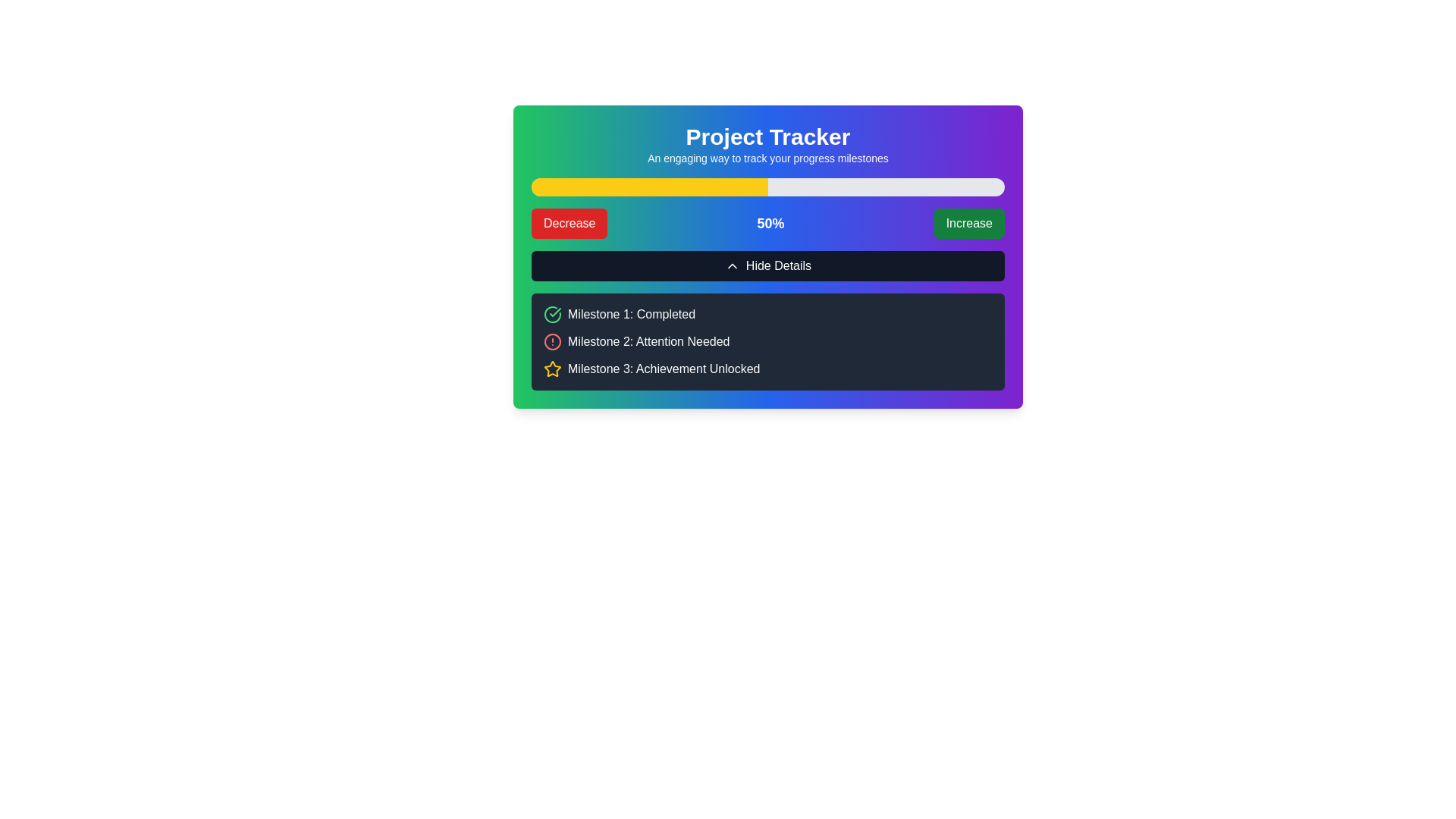 The image size is (1456, 819). What do you see at coordinates (770, 223) in the screenshot?
I see `the static text label displaying '50%' on a vibrant blue background, which is centrally aligned between the 'Decrease' and 'Increase' buttons` at bounding box center [770, 223].